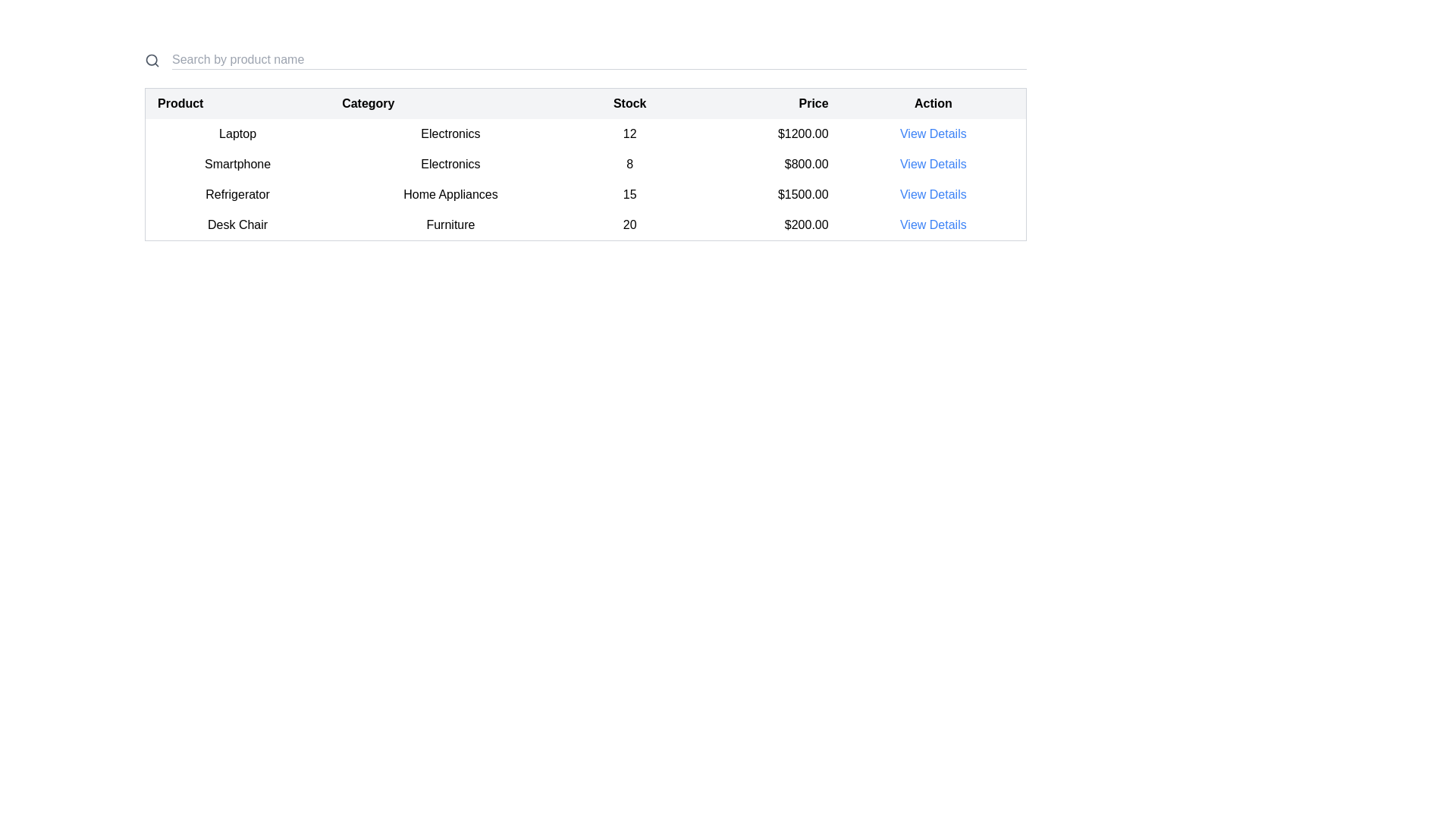  I want to click on the interactive link in the topmost row of the 'Action' column of the table, so click(932, 133).